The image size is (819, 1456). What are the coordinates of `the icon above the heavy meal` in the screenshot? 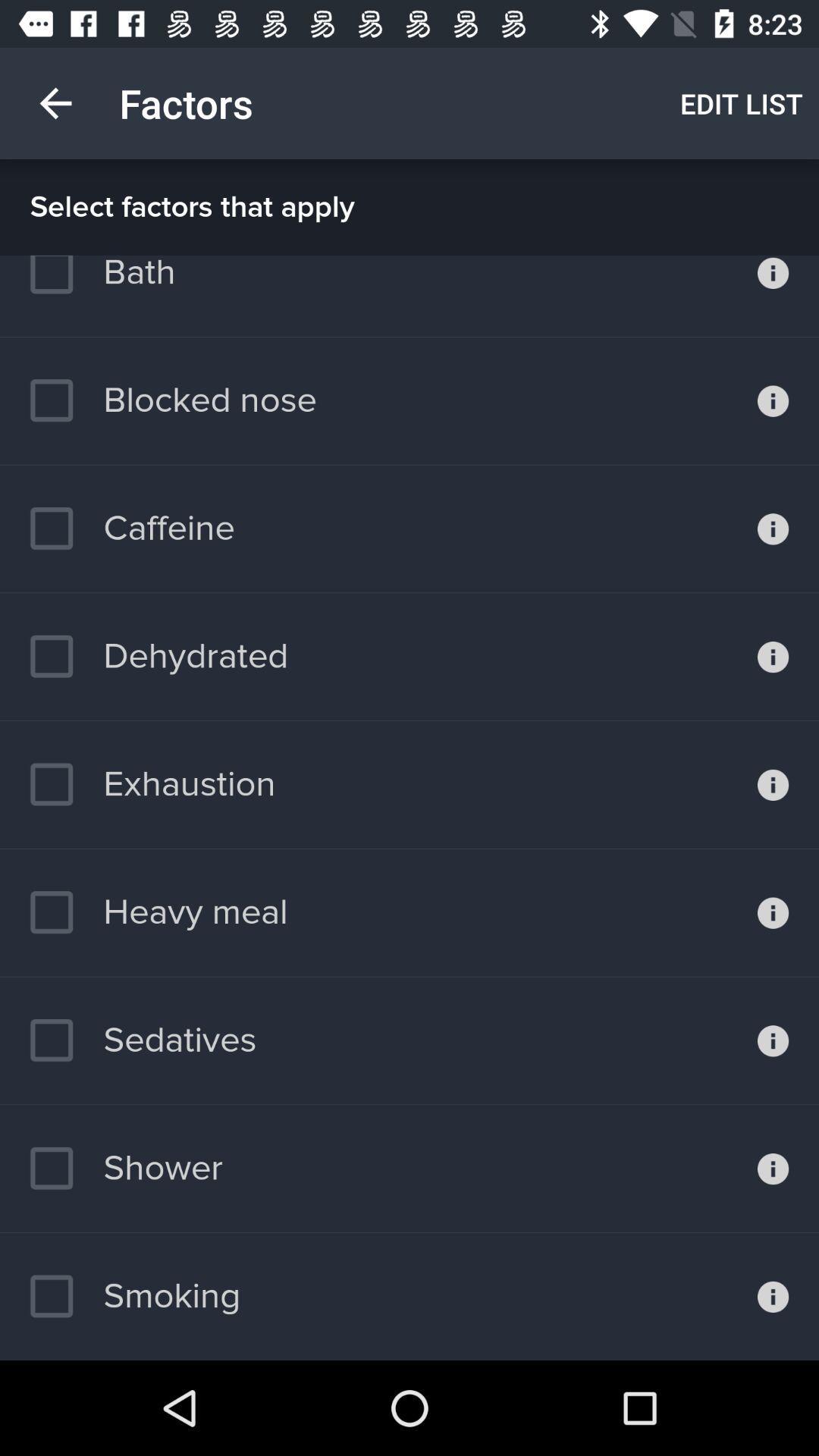 It's located at (152, 784).